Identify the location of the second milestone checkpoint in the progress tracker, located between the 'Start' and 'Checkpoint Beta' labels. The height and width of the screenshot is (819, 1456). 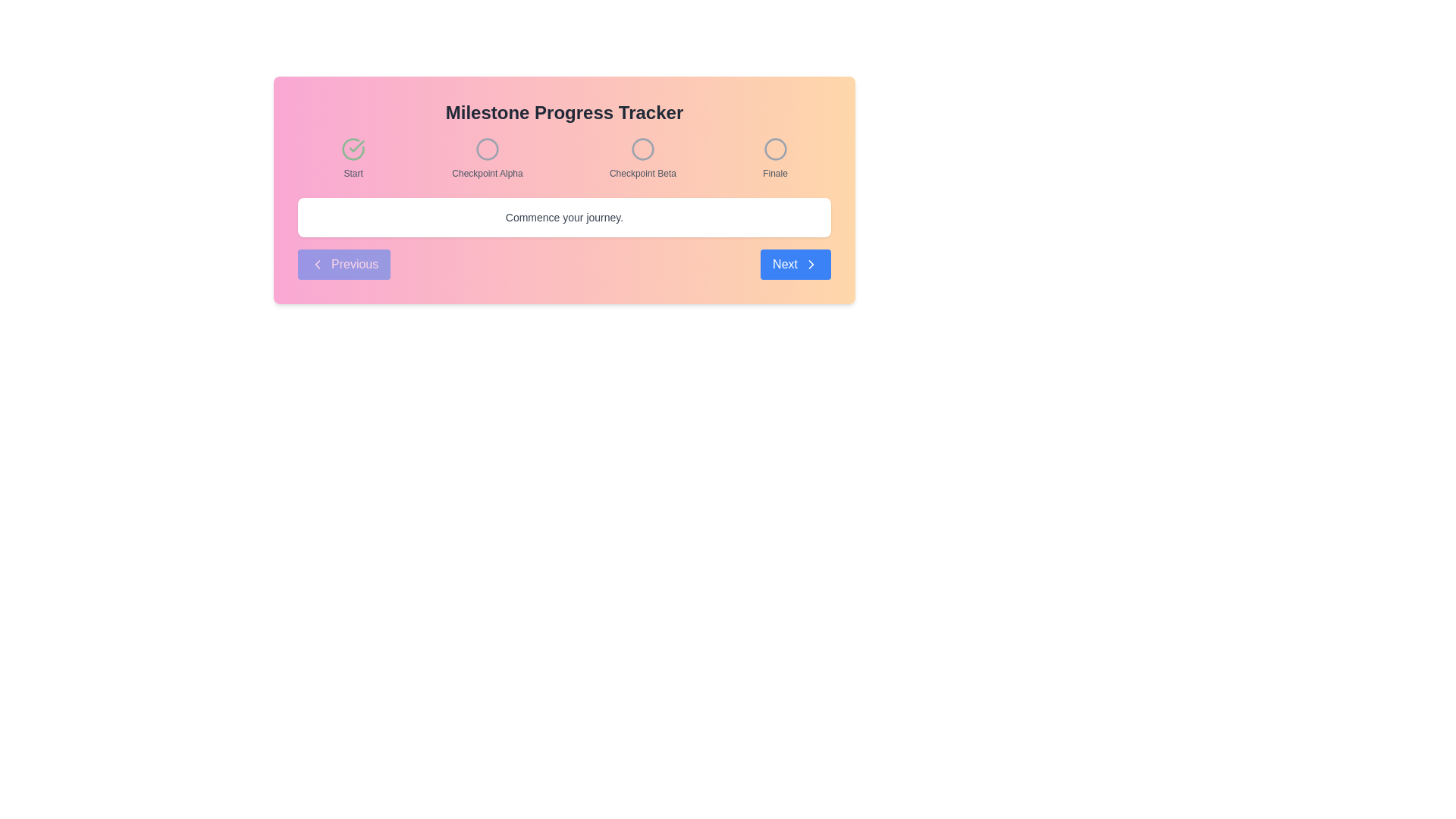
(488, 158).